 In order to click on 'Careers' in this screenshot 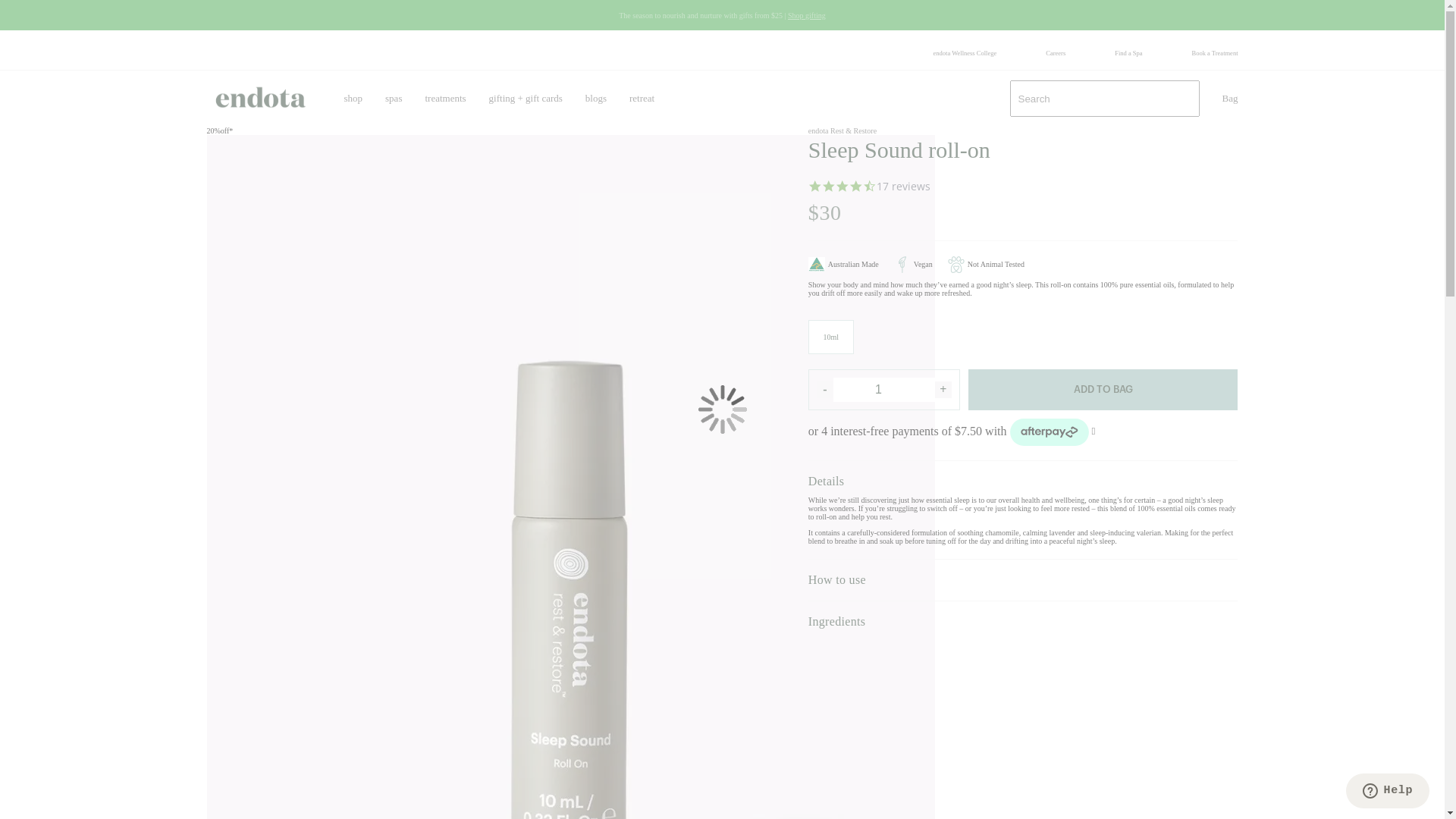, I will do `click(1055, 52)`.